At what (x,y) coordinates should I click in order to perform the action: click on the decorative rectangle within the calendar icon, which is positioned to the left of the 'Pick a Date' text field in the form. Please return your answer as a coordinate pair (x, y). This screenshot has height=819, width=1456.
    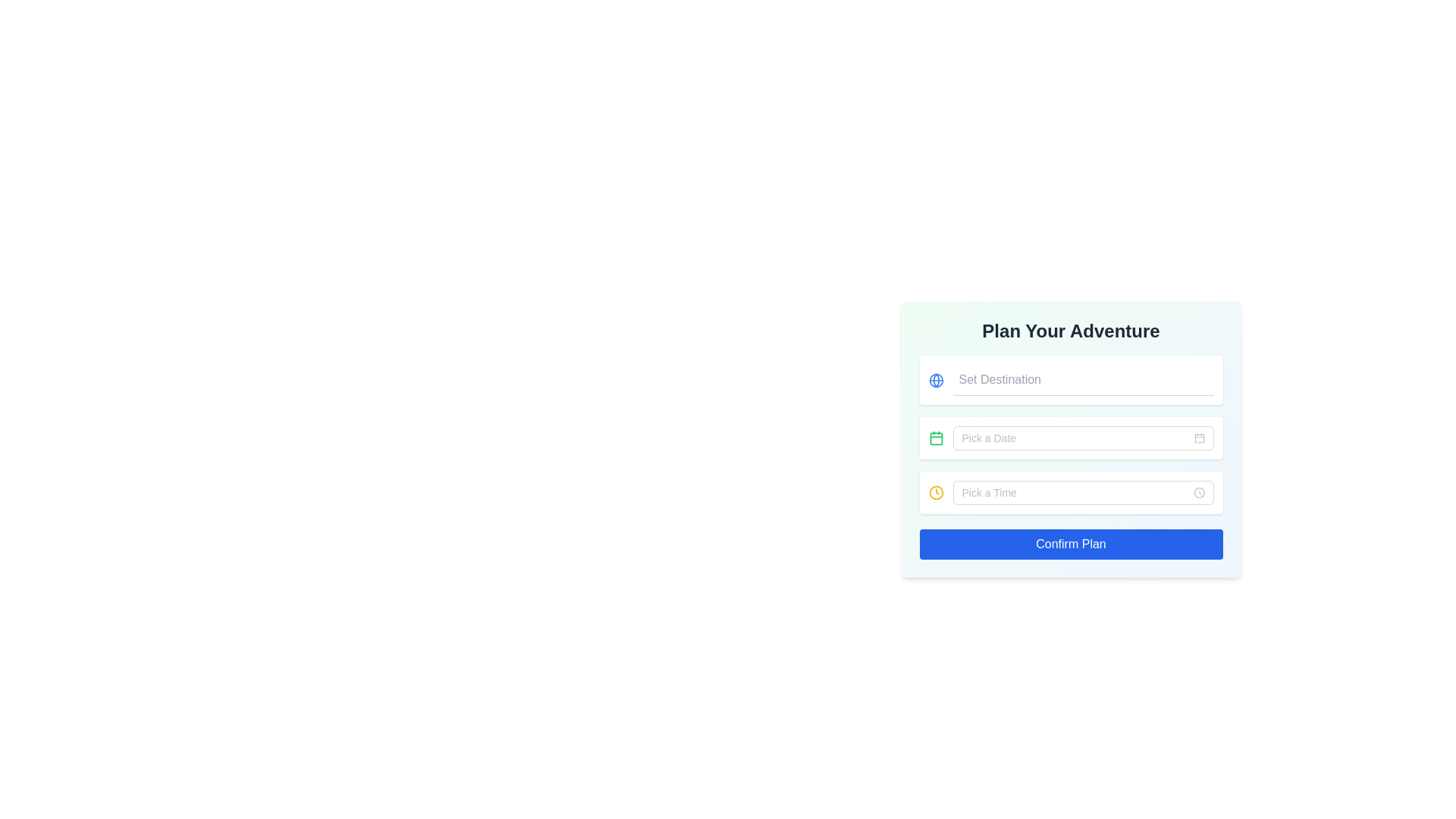
    Looking at the image, I should click on (935, 438).